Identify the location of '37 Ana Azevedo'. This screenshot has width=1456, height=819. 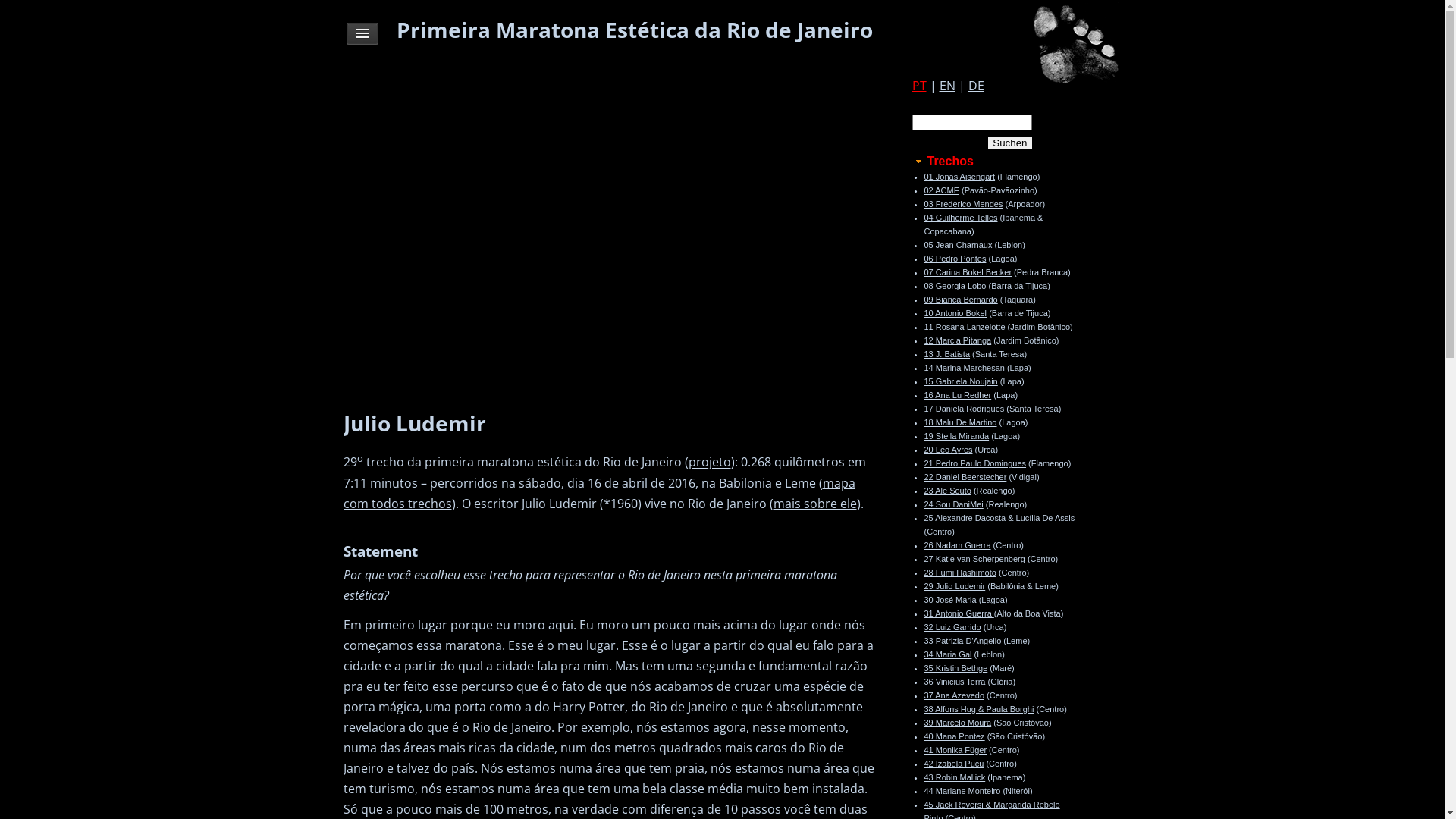
(952, 695).